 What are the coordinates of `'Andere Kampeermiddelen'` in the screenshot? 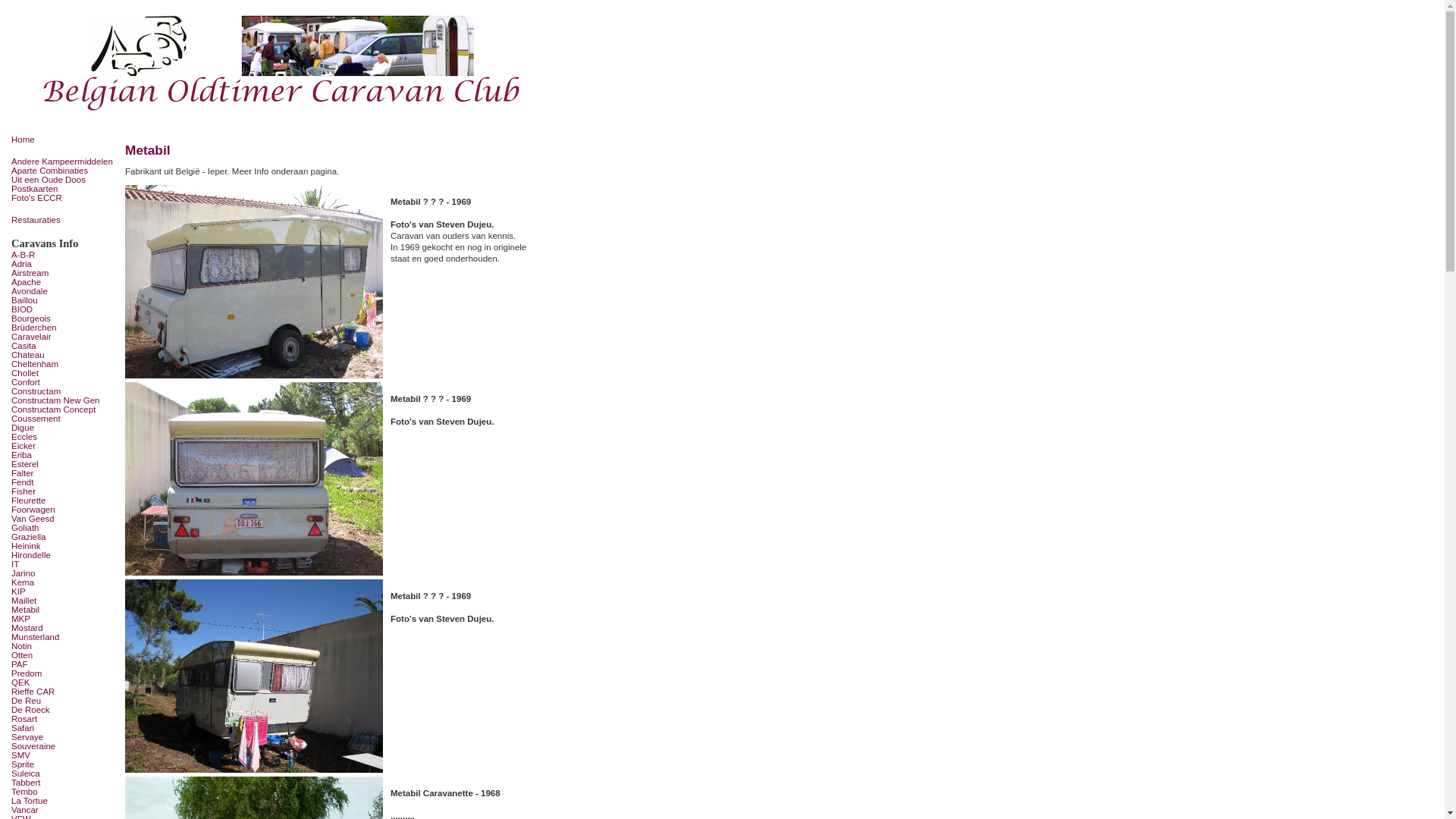 It's located at (64, 161).